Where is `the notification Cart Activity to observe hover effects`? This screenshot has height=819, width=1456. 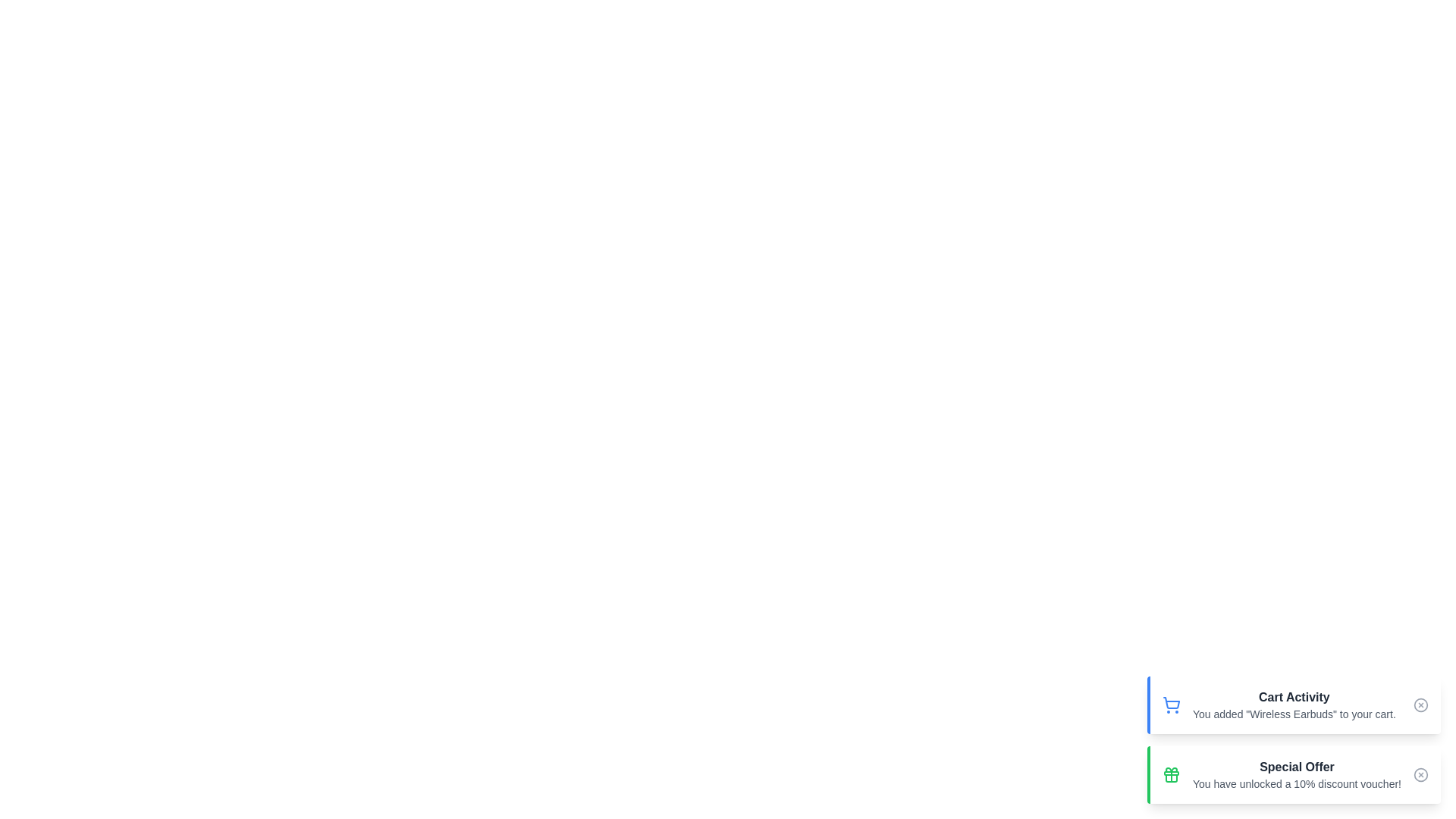 the notification Cart Activity to observe hover effects is located at coordinates (1292, 704).